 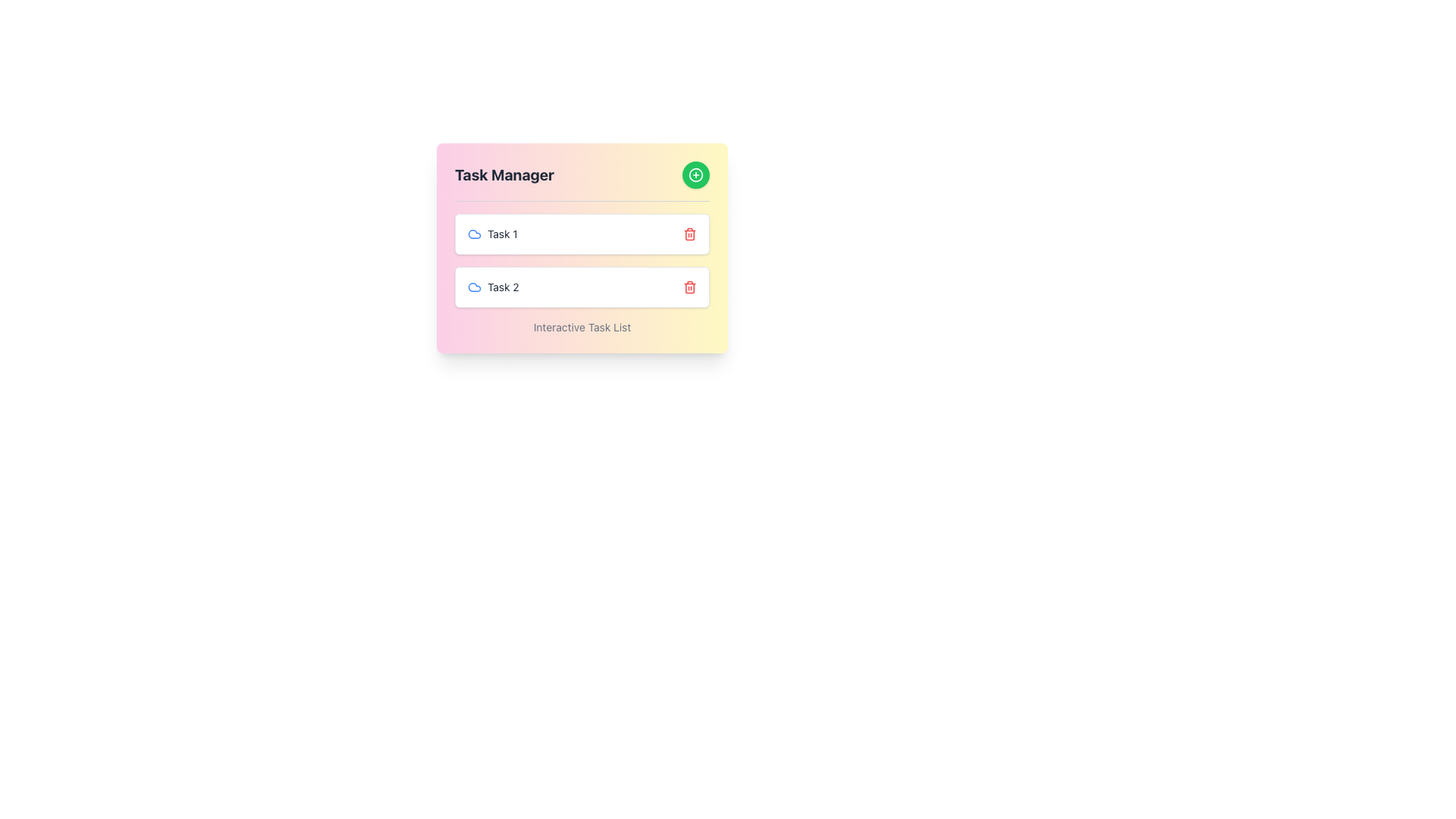 I want to click on properties of the SVG Icon located near the left side of the text 'Task 1' in the first row of the task list, so click(x=473, y=234).